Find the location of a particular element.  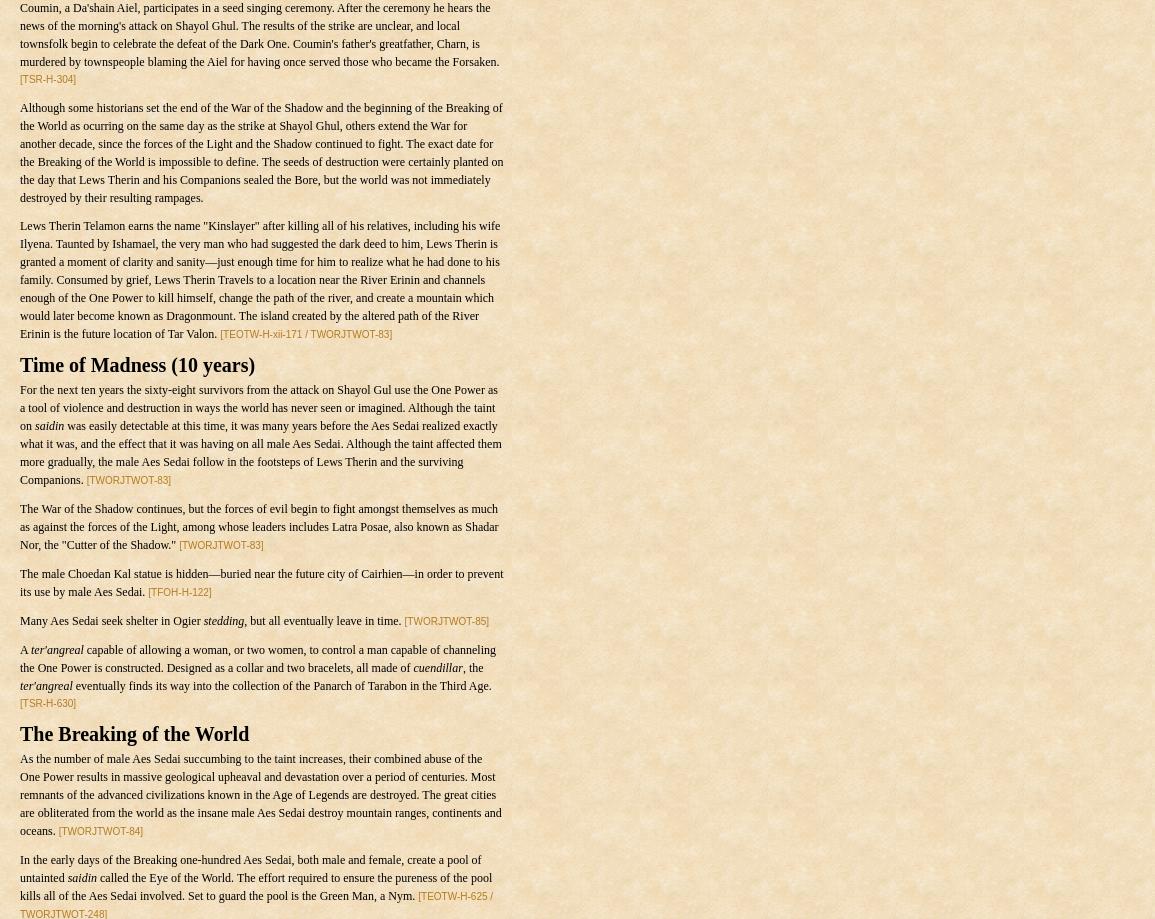

'Although some historians set the end of the War of the Shadow and the beginning of the Breaking of the World as ocurring on the same day as the strike at Shayol Ghul, others extend the War for another decade, since the forces of the Light and the Shadow continued to fight. The exact date for the Breaking of the World is impossible to define. The seeds of destruction were certainly planted on the day that Lews Therin and his Companions sealed the Bore, but the world was not immediately destroyed by their resulting rampages.' is located at coordinates (261, 152).